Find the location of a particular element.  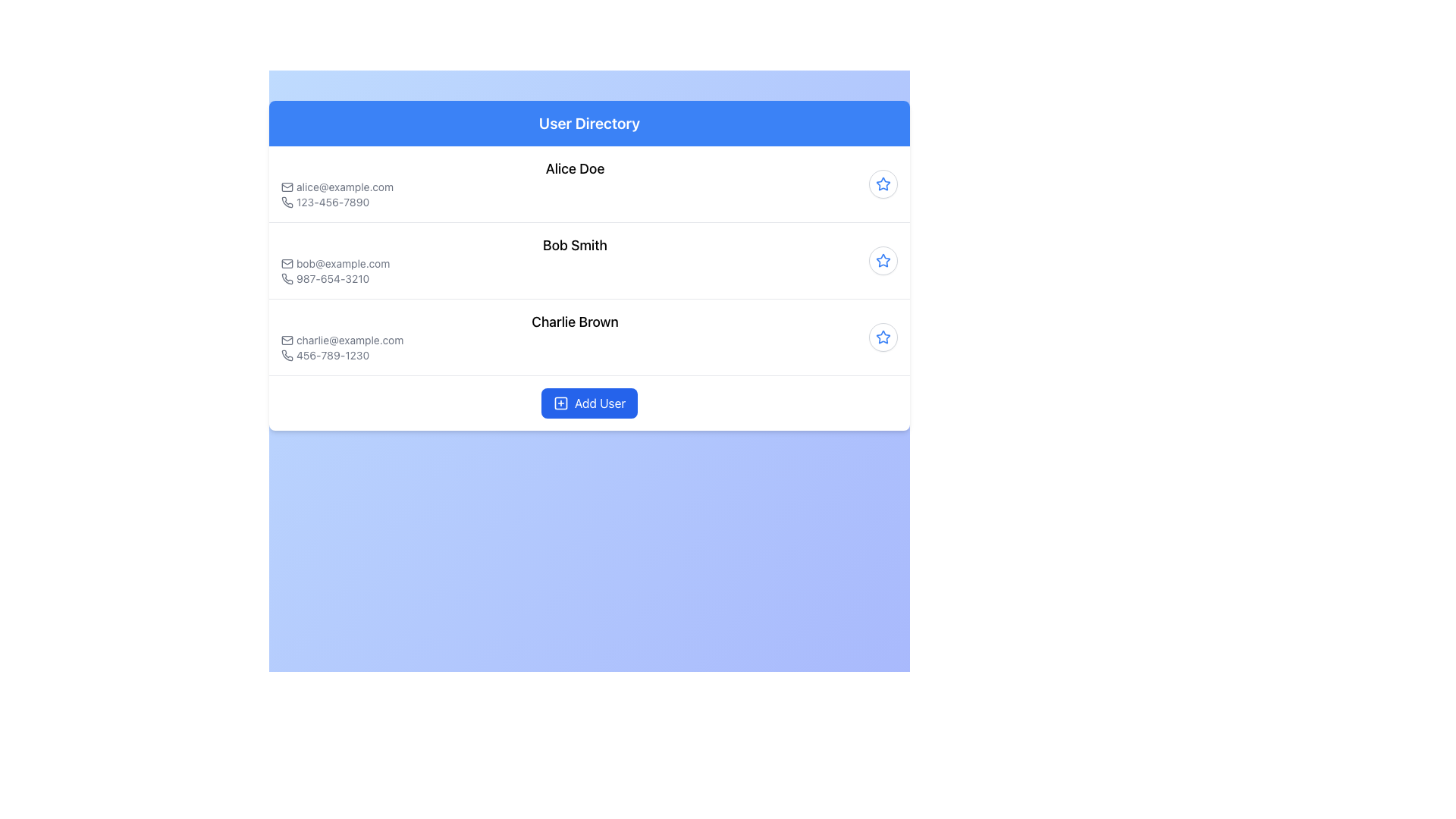

the 'Add User' icon located at the bottom center of the interface, which initiates the 'Add User' action is located at coordinates (560, 403).